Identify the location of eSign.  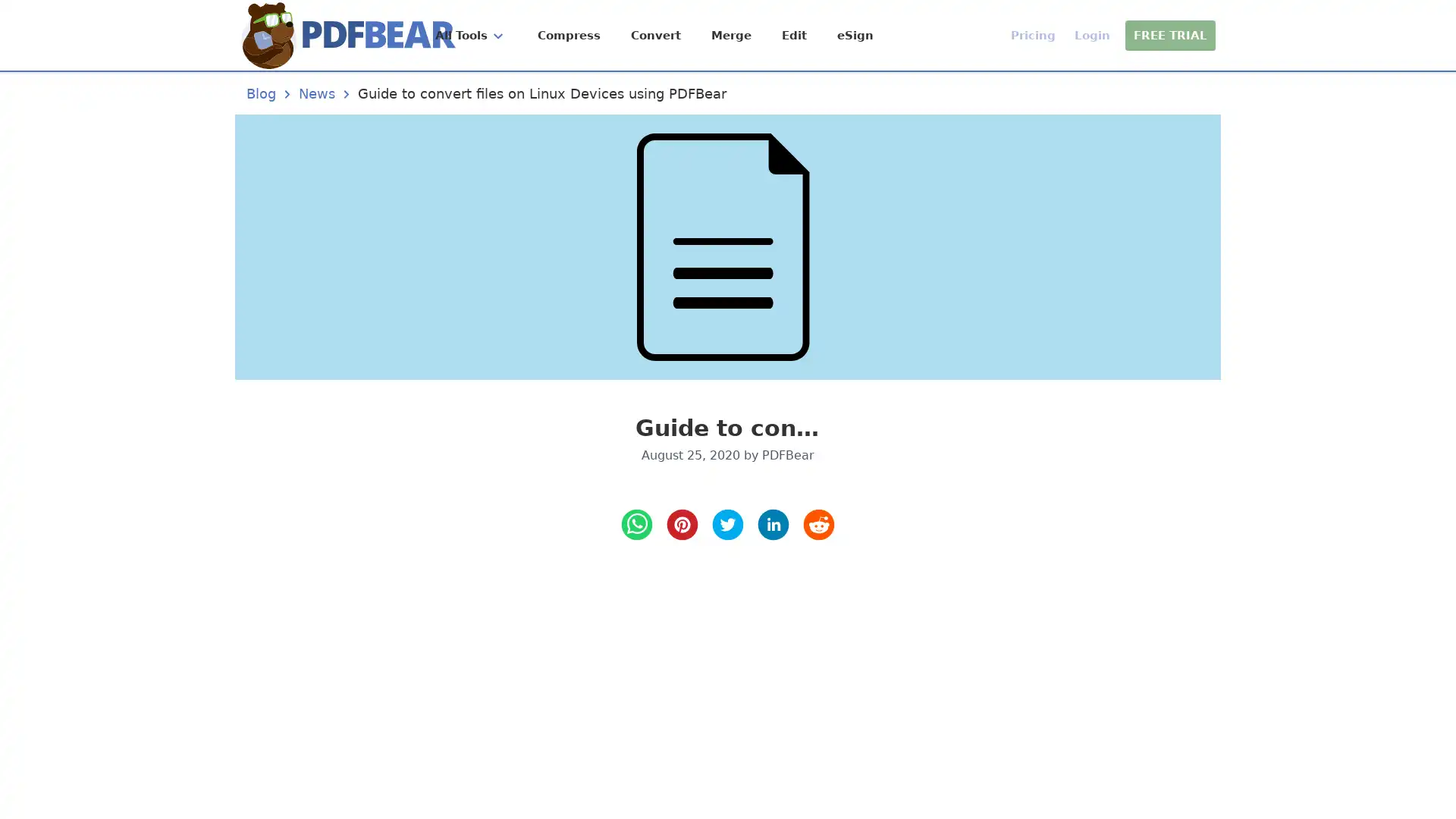
(855, 34).